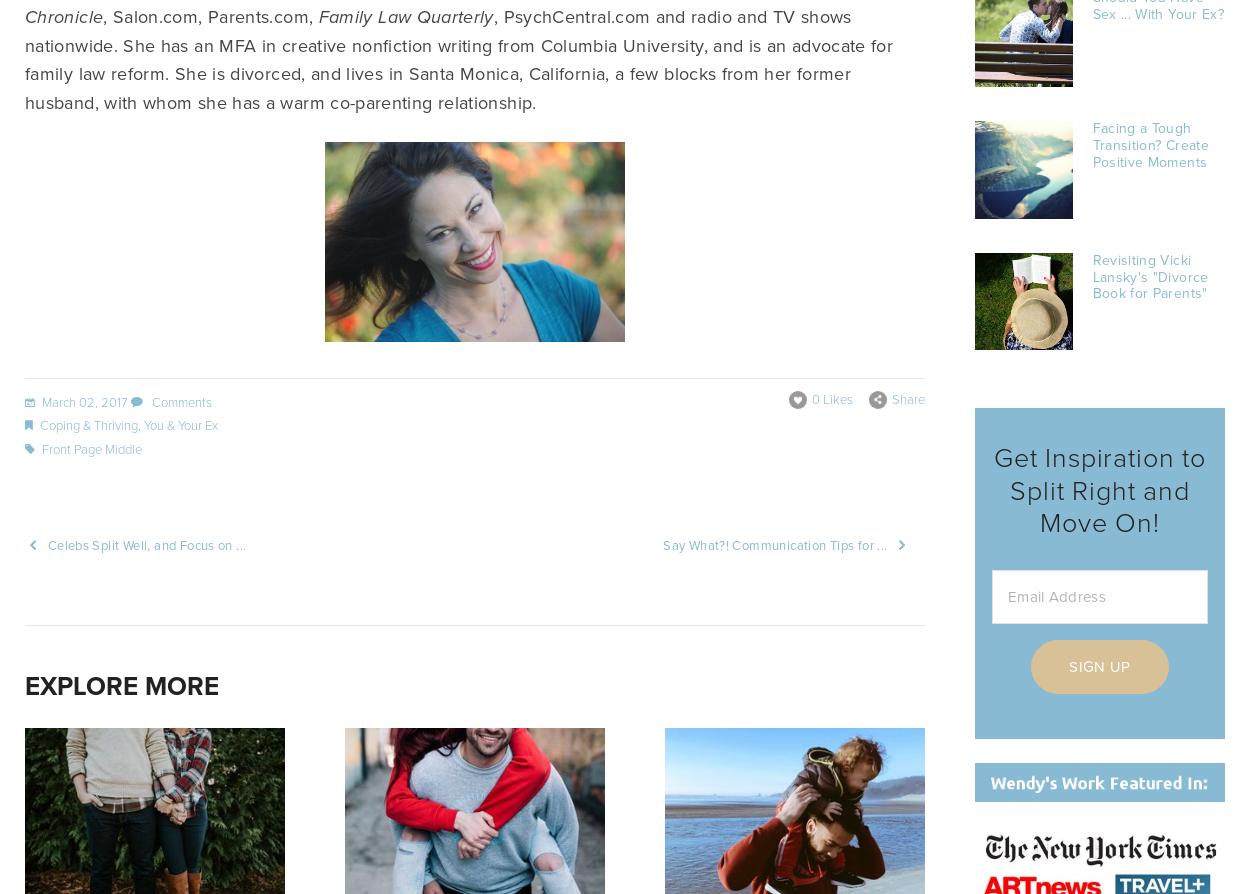 The image size is (1250, 894). Describe the element at coordinates (1150, 145) in the screenshot. I see `'Facing a Tough Transition? Create Positive Moments'` at that location.